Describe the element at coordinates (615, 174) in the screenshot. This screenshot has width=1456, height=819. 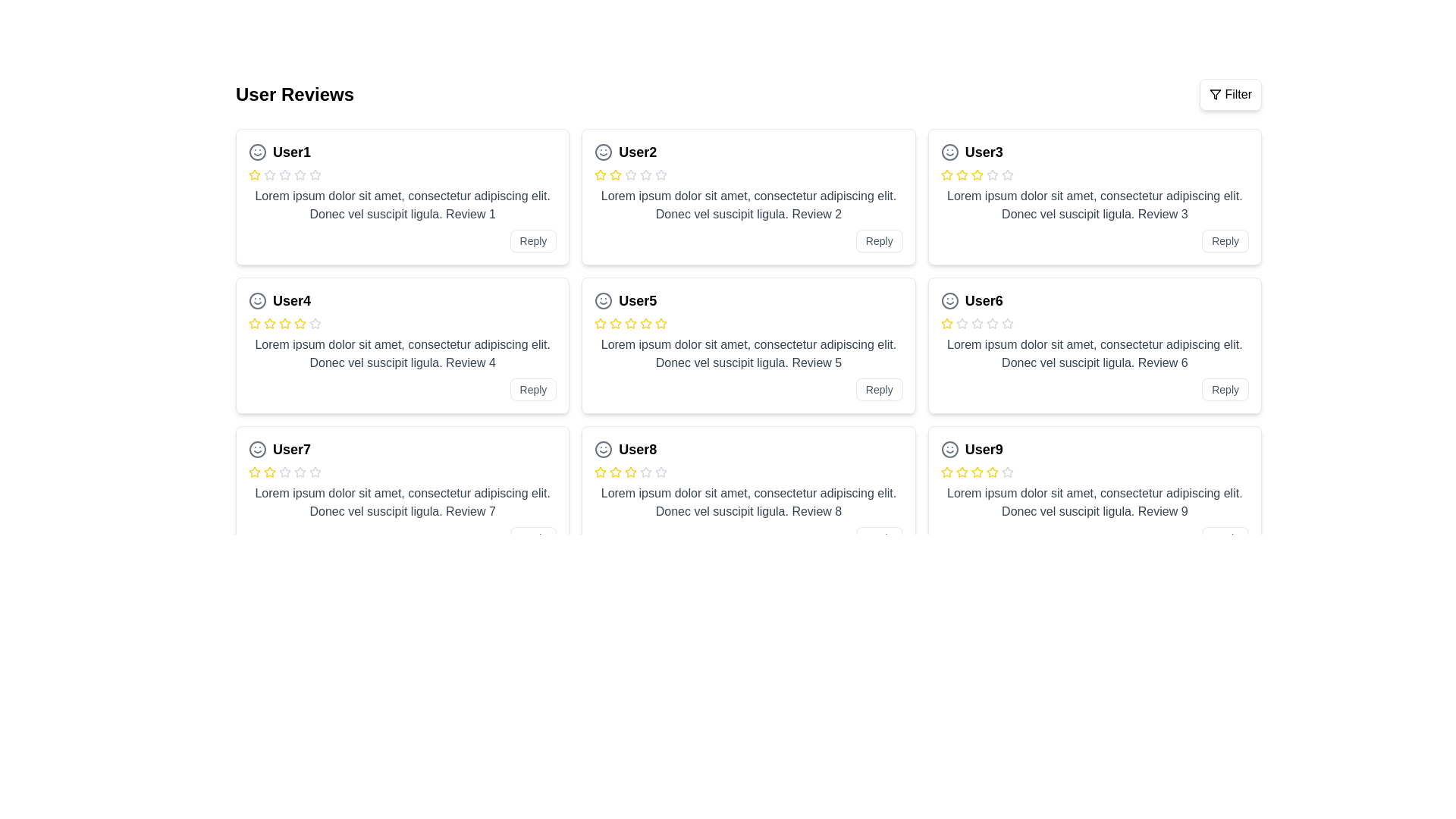
I see `the second yellow star` at that location.